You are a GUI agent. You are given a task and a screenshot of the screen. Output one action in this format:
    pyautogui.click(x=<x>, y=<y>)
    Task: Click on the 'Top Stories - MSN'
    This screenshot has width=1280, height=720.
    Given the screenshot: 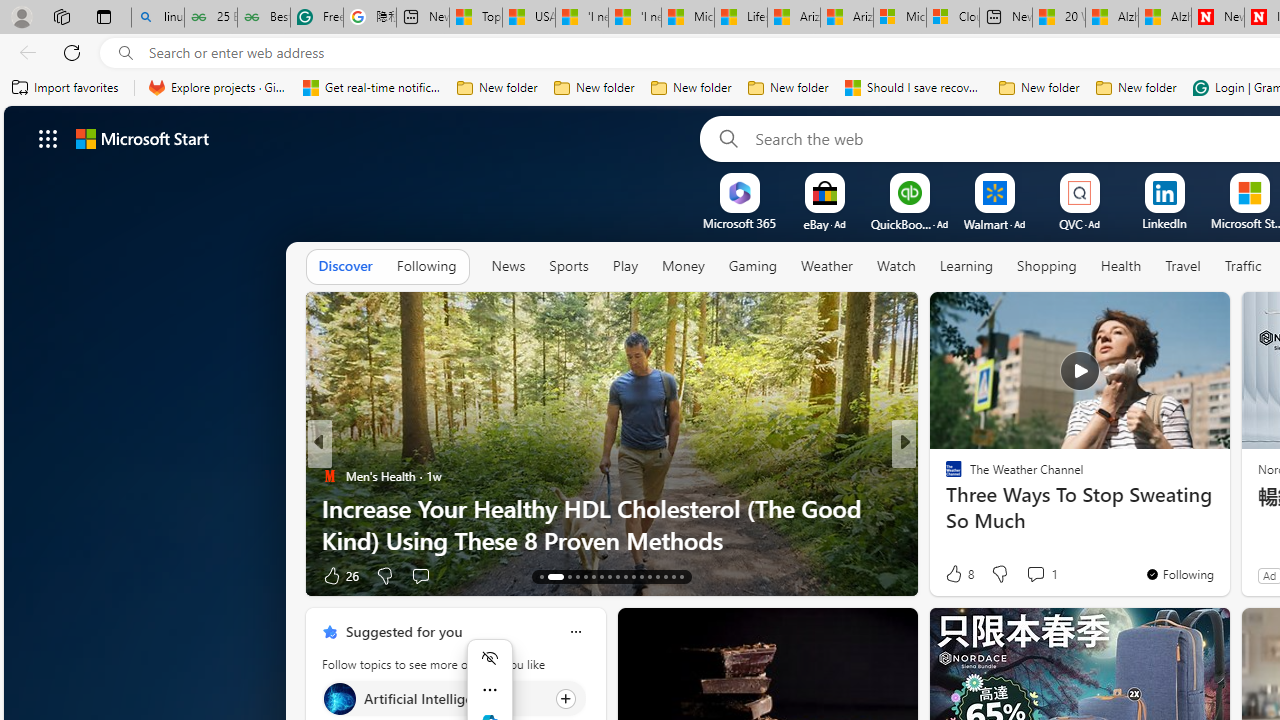 What is the action you would take?
    pyautogui.click(x=475, y=17)
    